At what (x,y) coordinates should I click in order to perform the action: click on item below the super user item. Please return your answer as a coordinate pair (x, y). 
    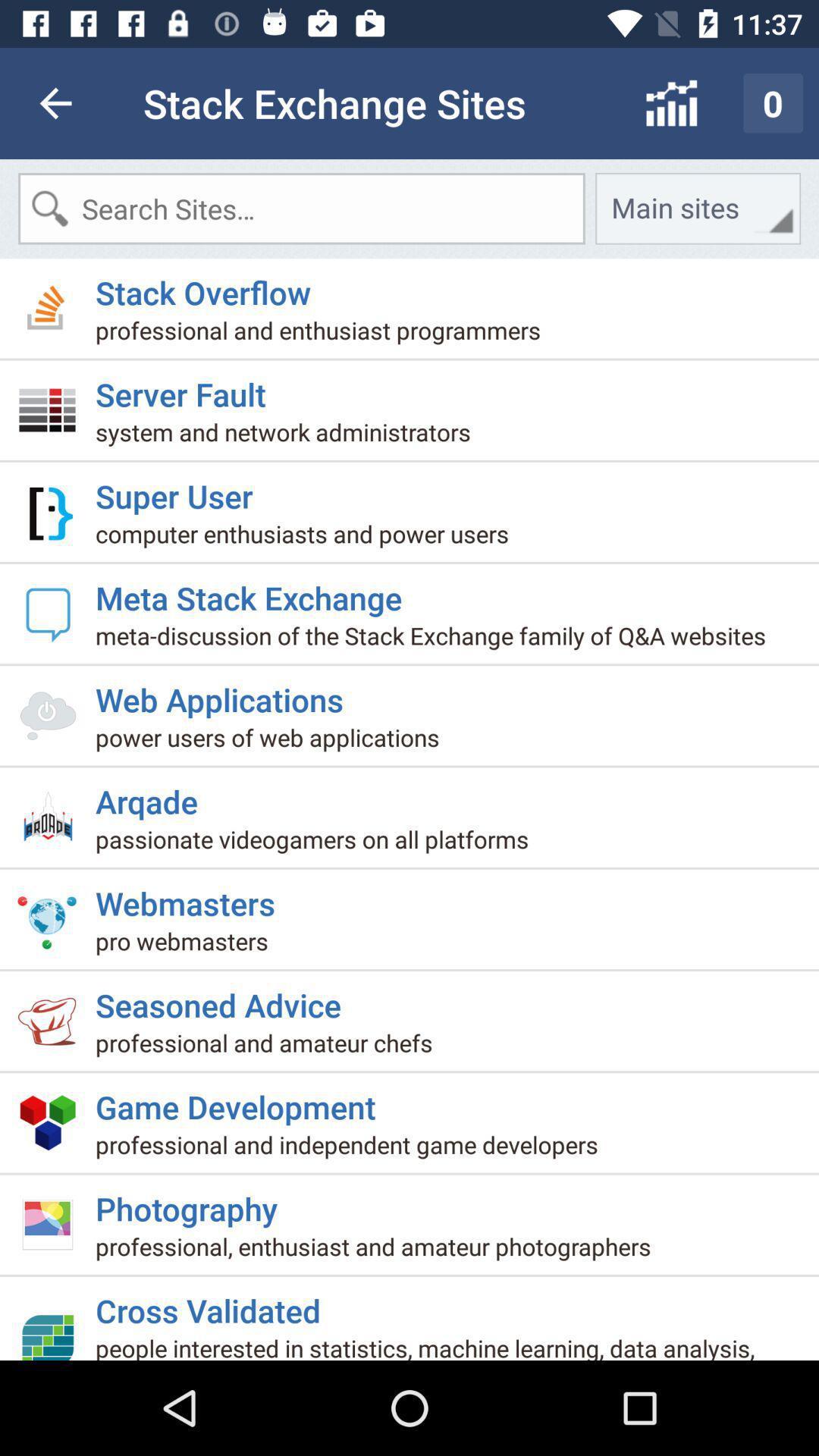
    Looking at the image, I should click on (307, 539).